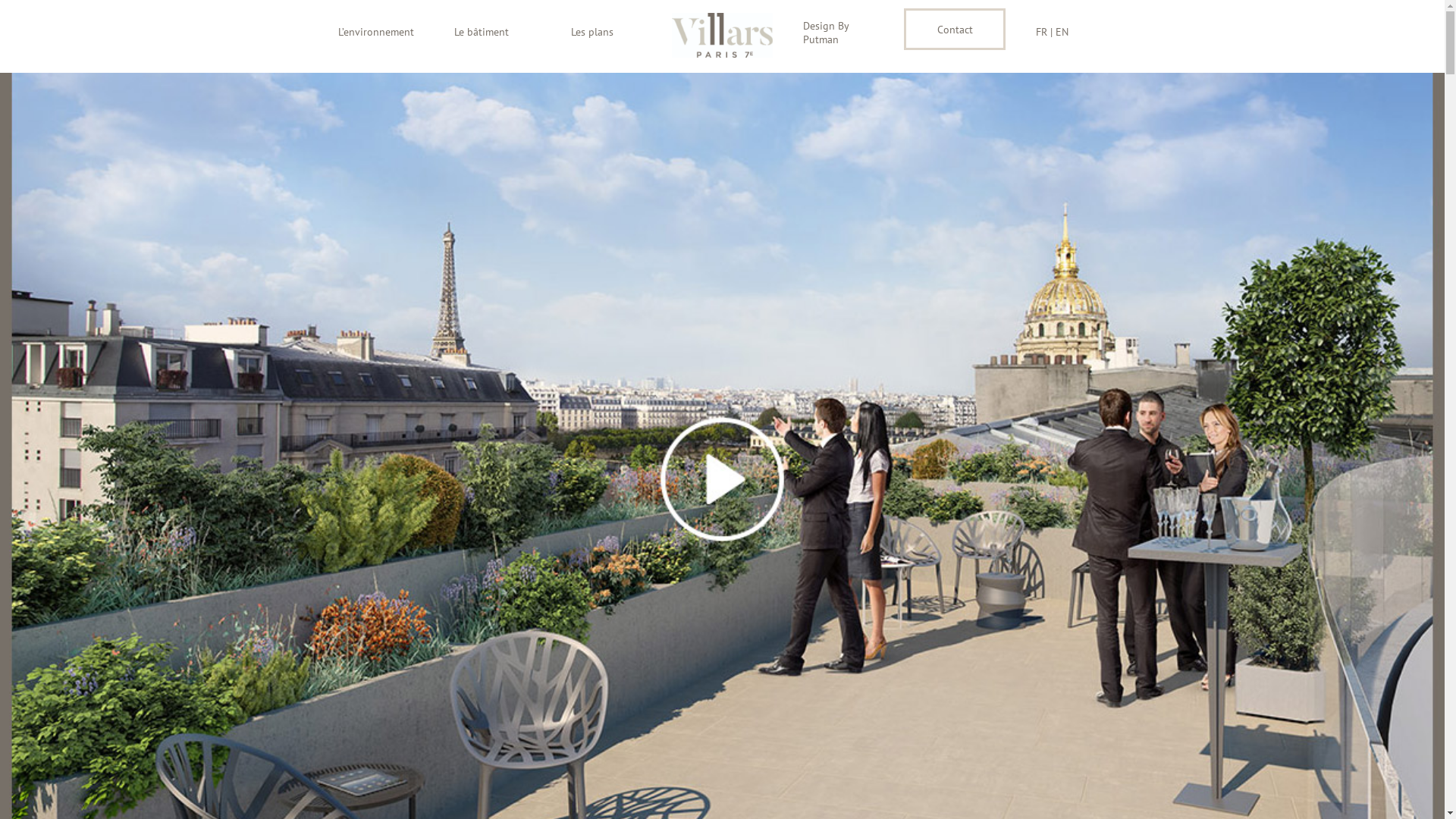 The width and height of the screenshot is (1456, 819). I want to click on 'FR | EN', so click(1070, 32).